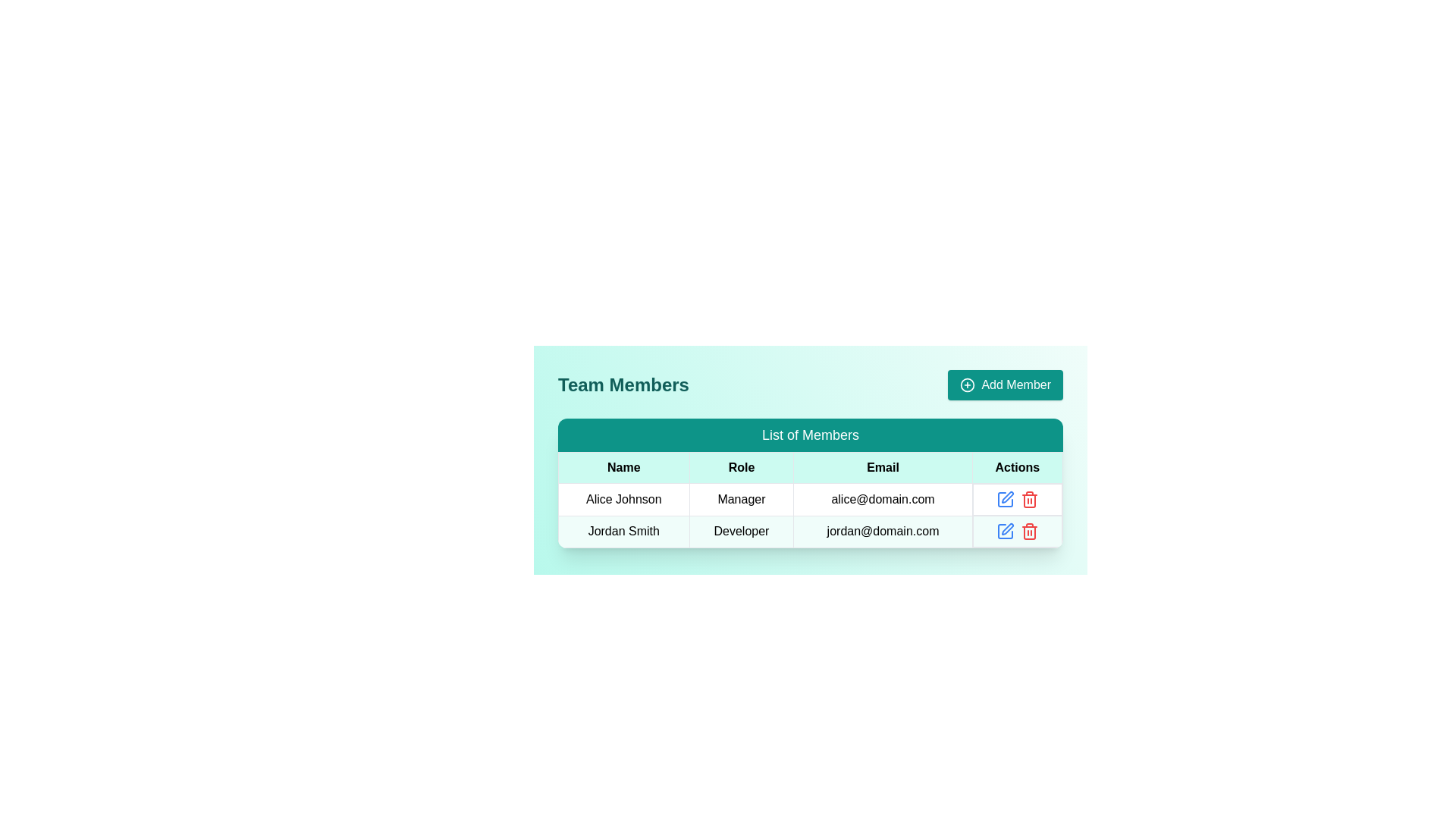 This screenshot has width=1456, height=819. Describe the element at coordinates (623, 467) in the screenshot. I see `the Header Label located at the top-left corner of the table, which labels the column for names in the grid header` at that location.